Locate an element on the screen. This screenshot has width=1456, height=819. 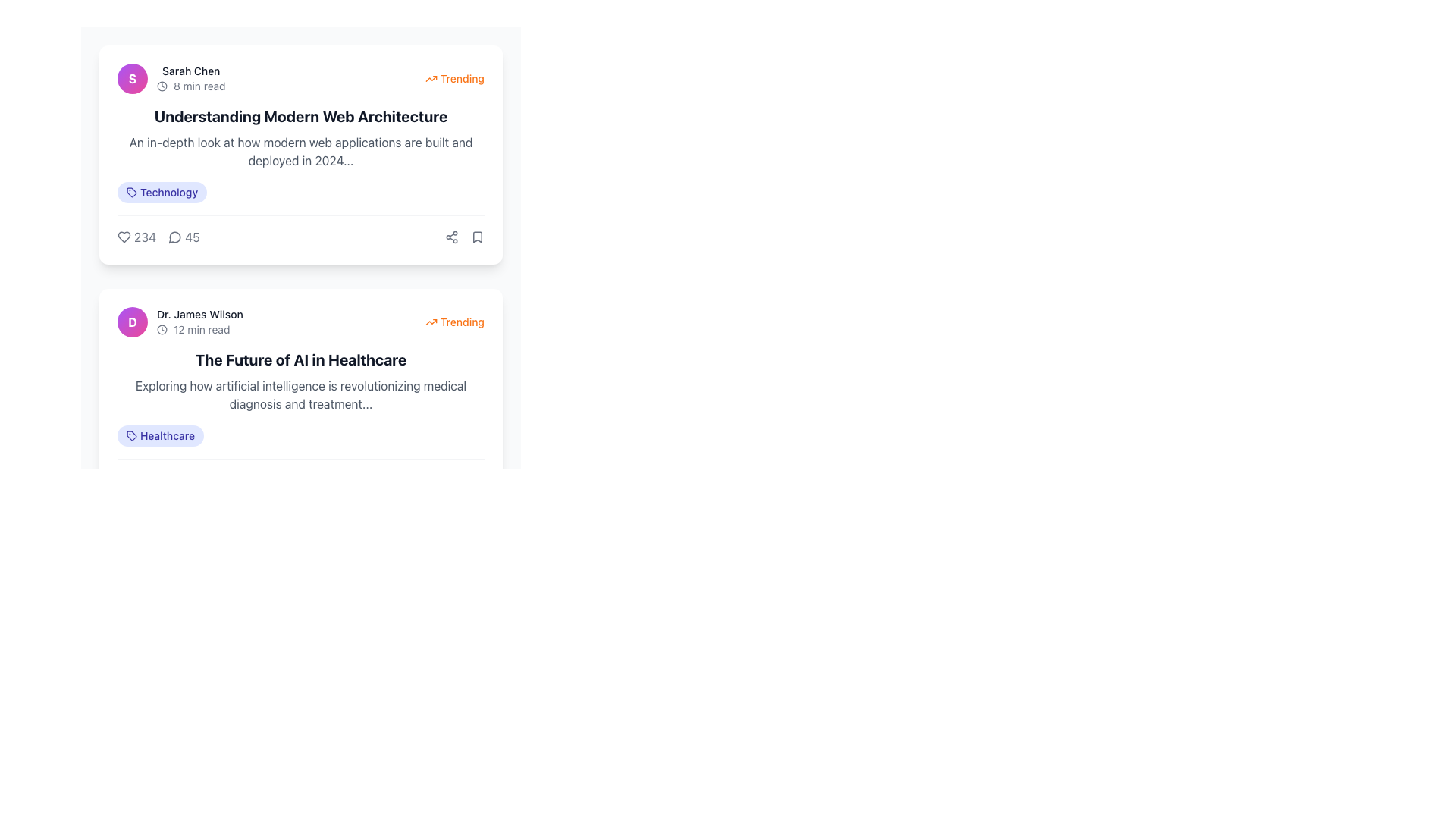
the label with an icon and text indicating that the article 'The Future of AI in Healthcare' by 'Dr. James Wilson' is currently popular, which is positioned on the right side of the content section is located at coordinates (453, 321).